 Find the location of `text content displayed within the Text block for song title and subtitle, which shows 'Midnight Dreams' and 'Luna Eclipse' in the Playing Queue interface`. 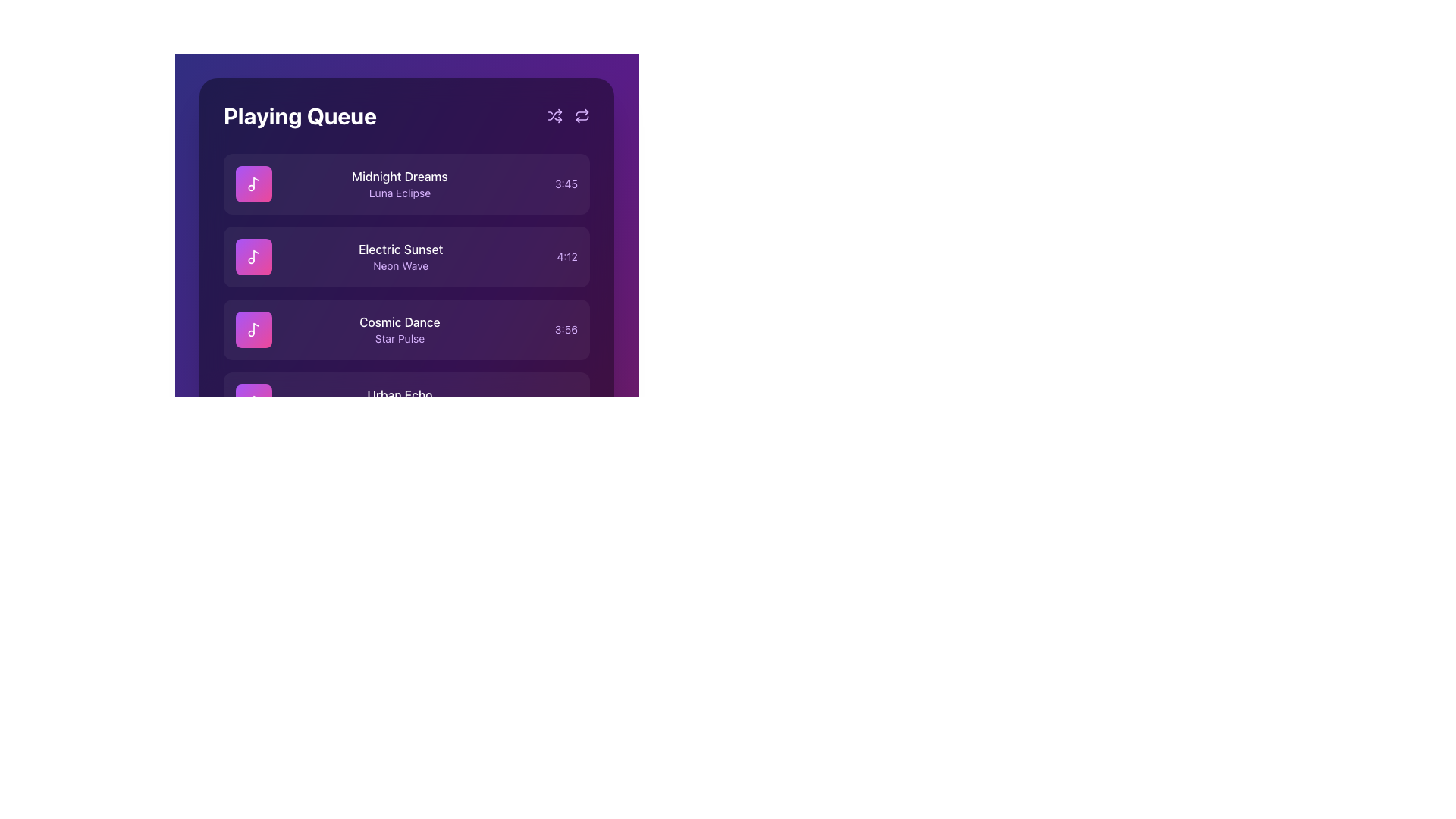

text content displayed within the Text block for song title and subtitle, which shows 'Midnight Dreams' and 'Luna Eclipse' in the Playing Queue interface is located at coordinates (400, 184).